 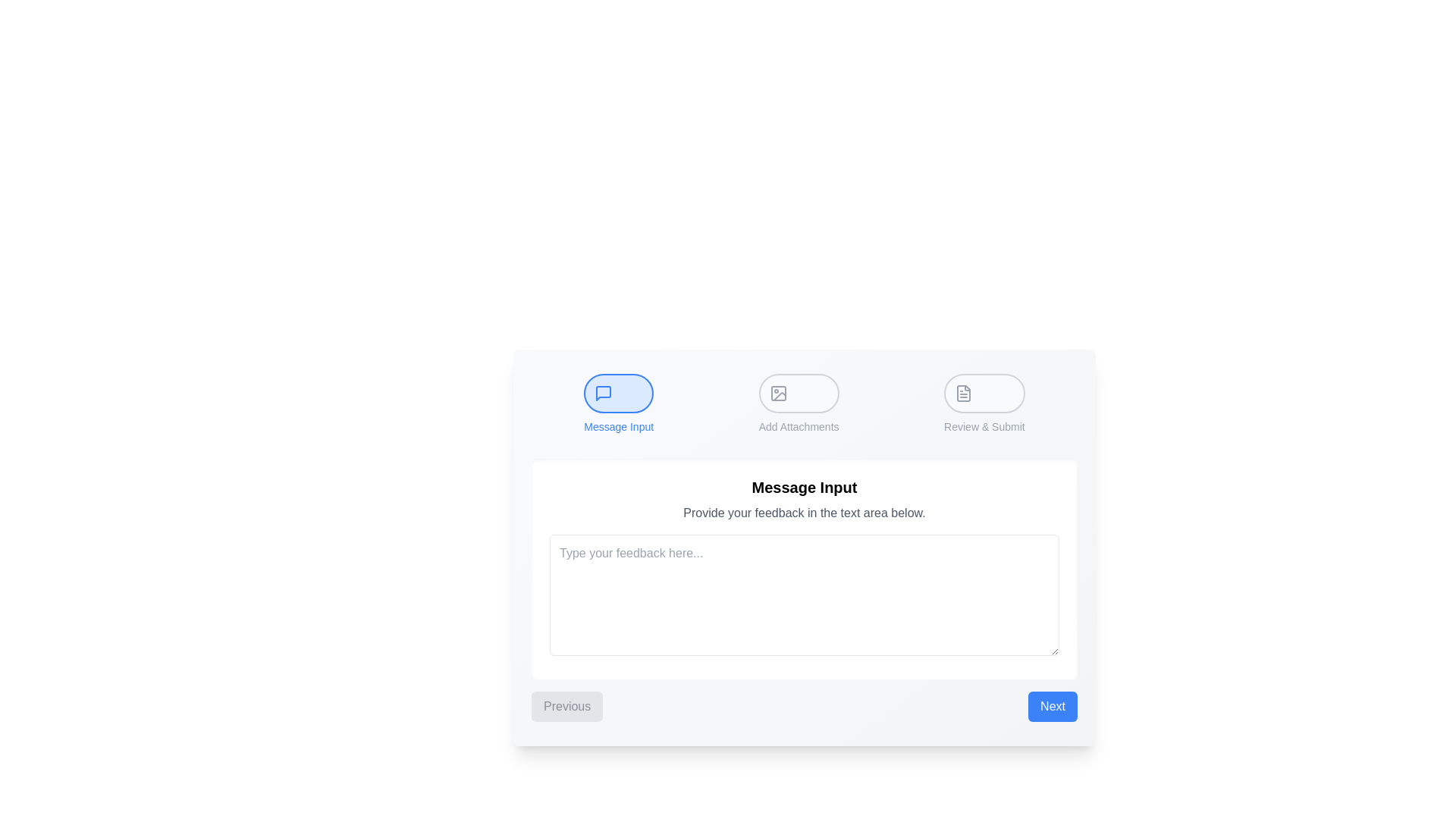 What do you see at coordinates (1052, 707) in the screenshot?
I see `'Next' button to proceed to the next step` at bounding box center [1052, 707].